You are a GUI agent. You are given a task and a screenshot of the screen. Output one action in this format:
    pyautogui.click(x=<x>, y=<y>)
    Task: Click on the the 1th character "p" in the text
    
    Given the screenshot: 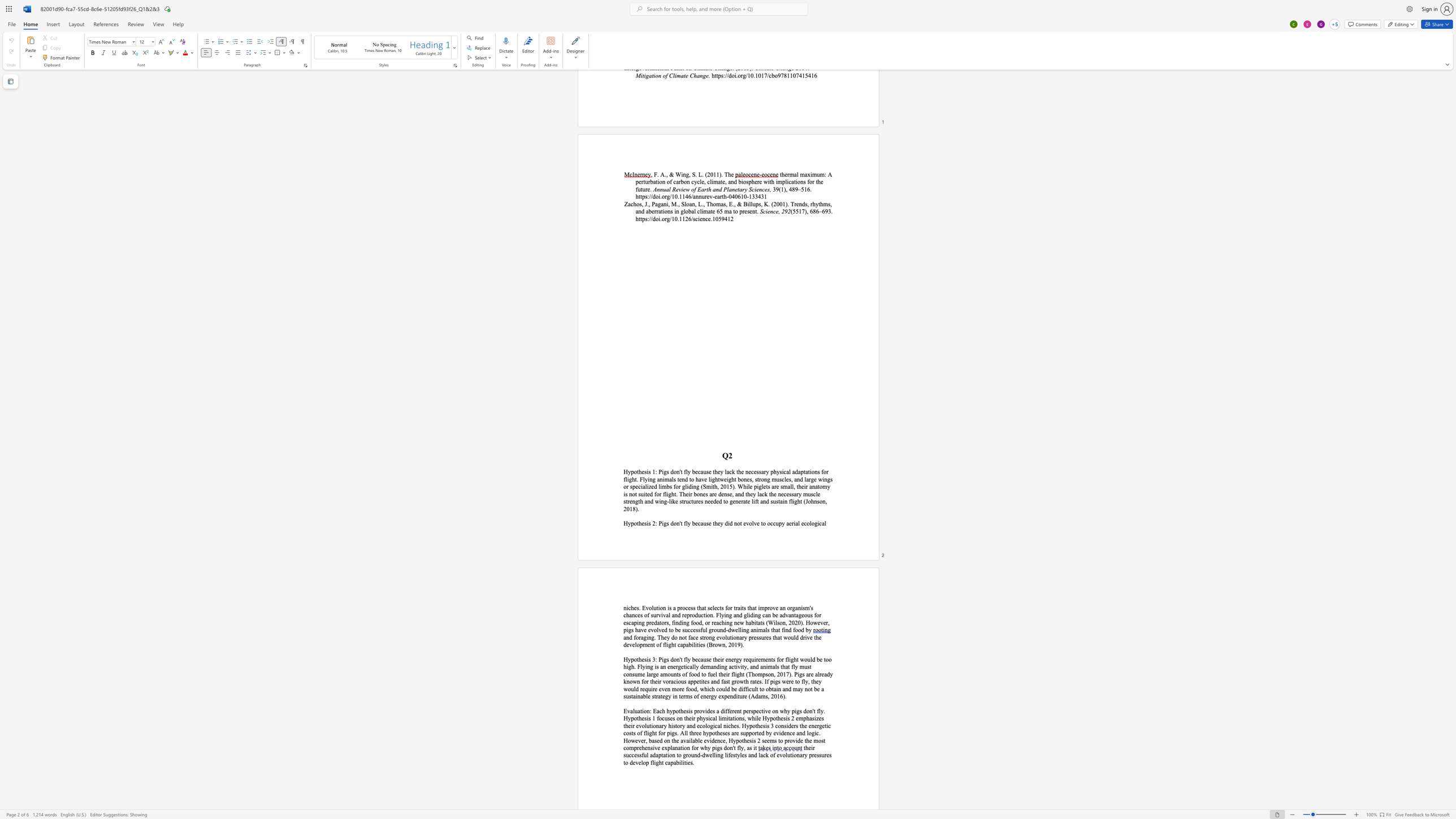 What is the action you would take?
    pyautogui.click(x=632, y=472)
    